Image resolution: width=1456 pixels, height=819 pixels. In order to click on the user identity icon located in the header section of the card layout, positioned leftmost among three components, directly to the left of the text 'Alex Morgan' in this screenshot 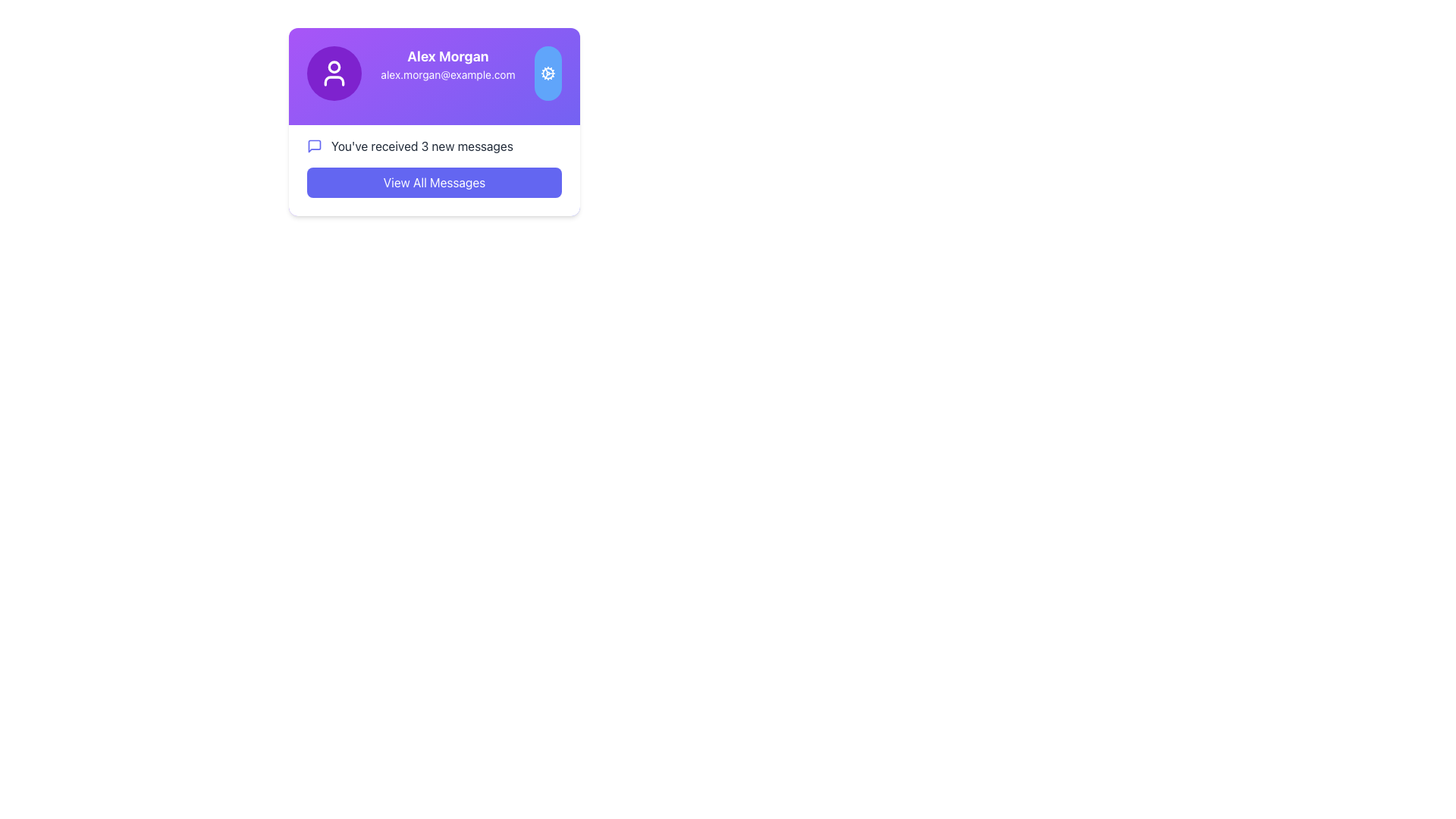, I will do `click(334, 73)`.